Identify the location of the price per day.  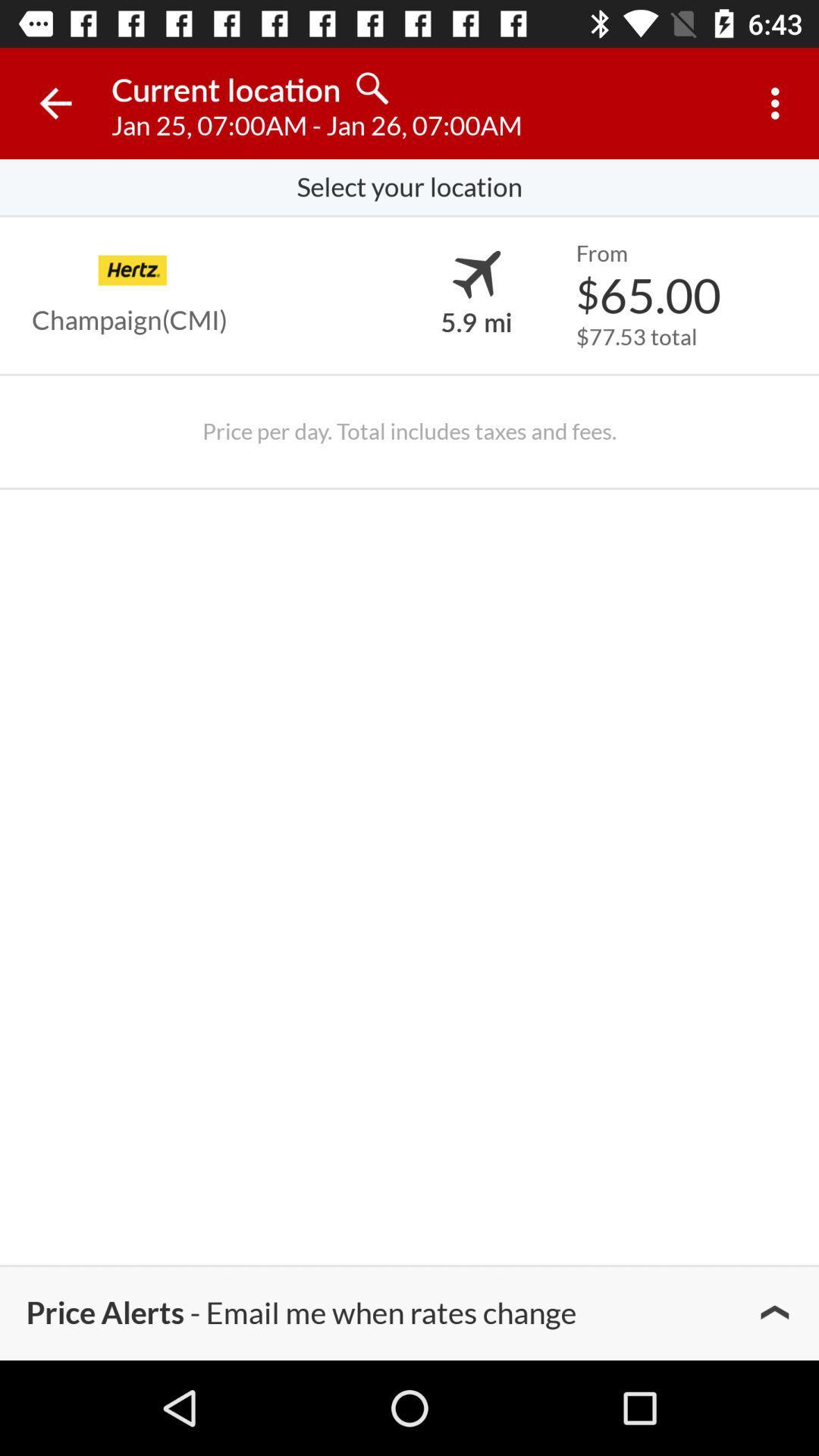
(409, 431).